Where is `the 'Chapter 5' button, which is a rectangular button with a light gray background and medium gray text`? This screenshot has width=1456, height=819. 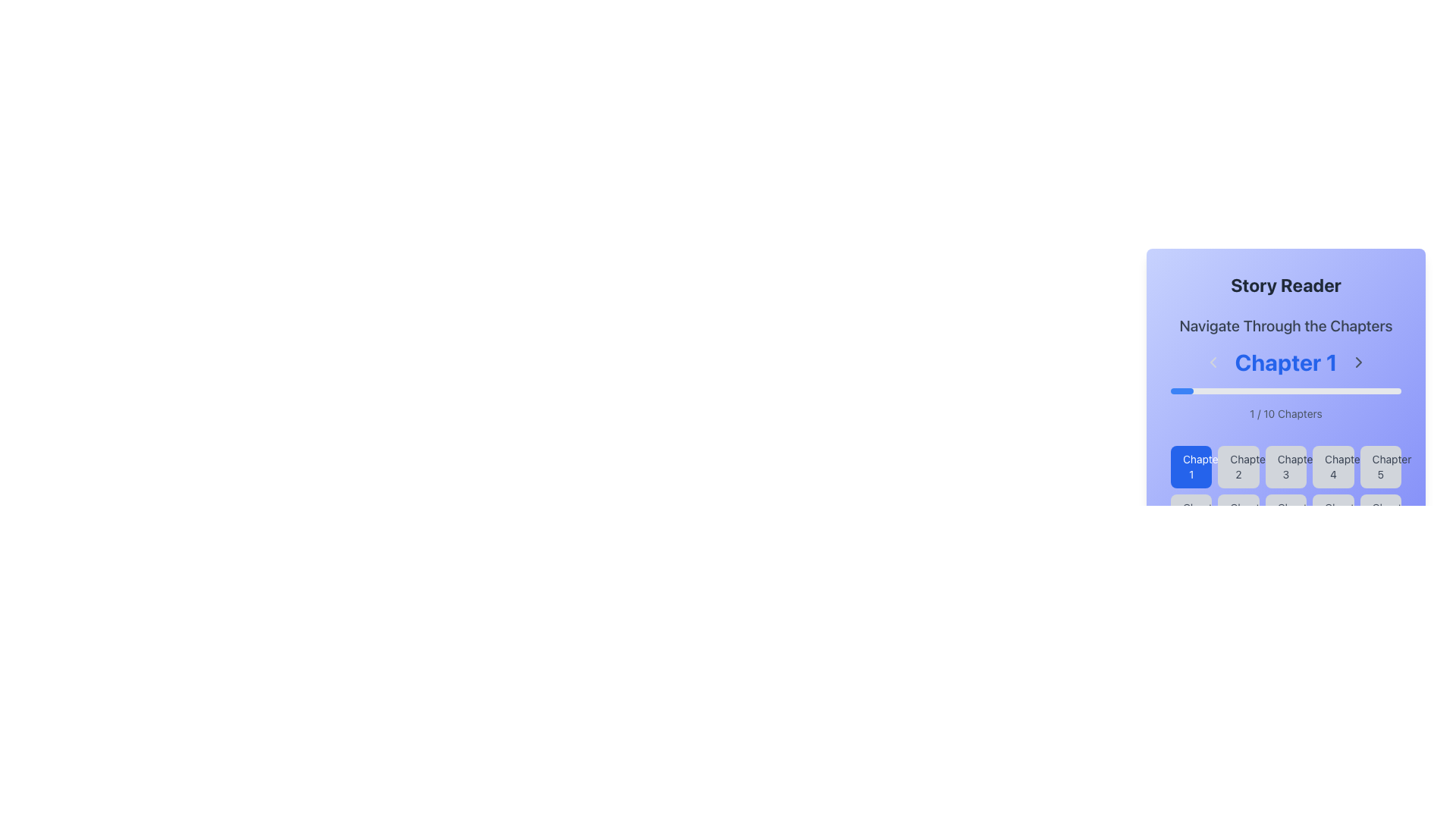 the 'Chapter 5' button, which is a rectangular button with a light gray background and medium gray text is located at coordinates (1380, 466).